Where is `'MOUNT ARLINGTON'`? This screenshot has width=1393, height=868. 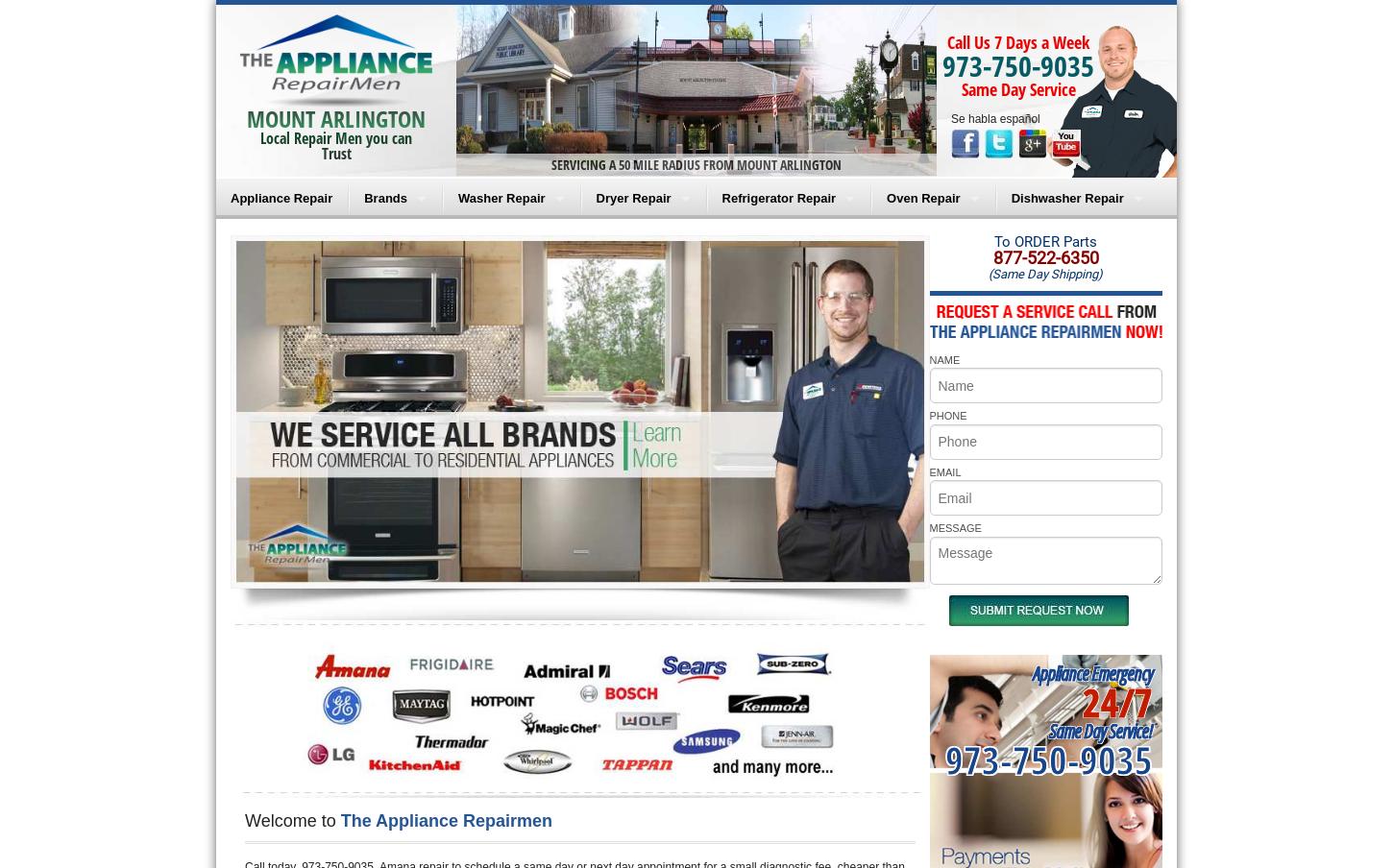
'MOUNT ARLINGTON' is located at coordinates (246, 117).